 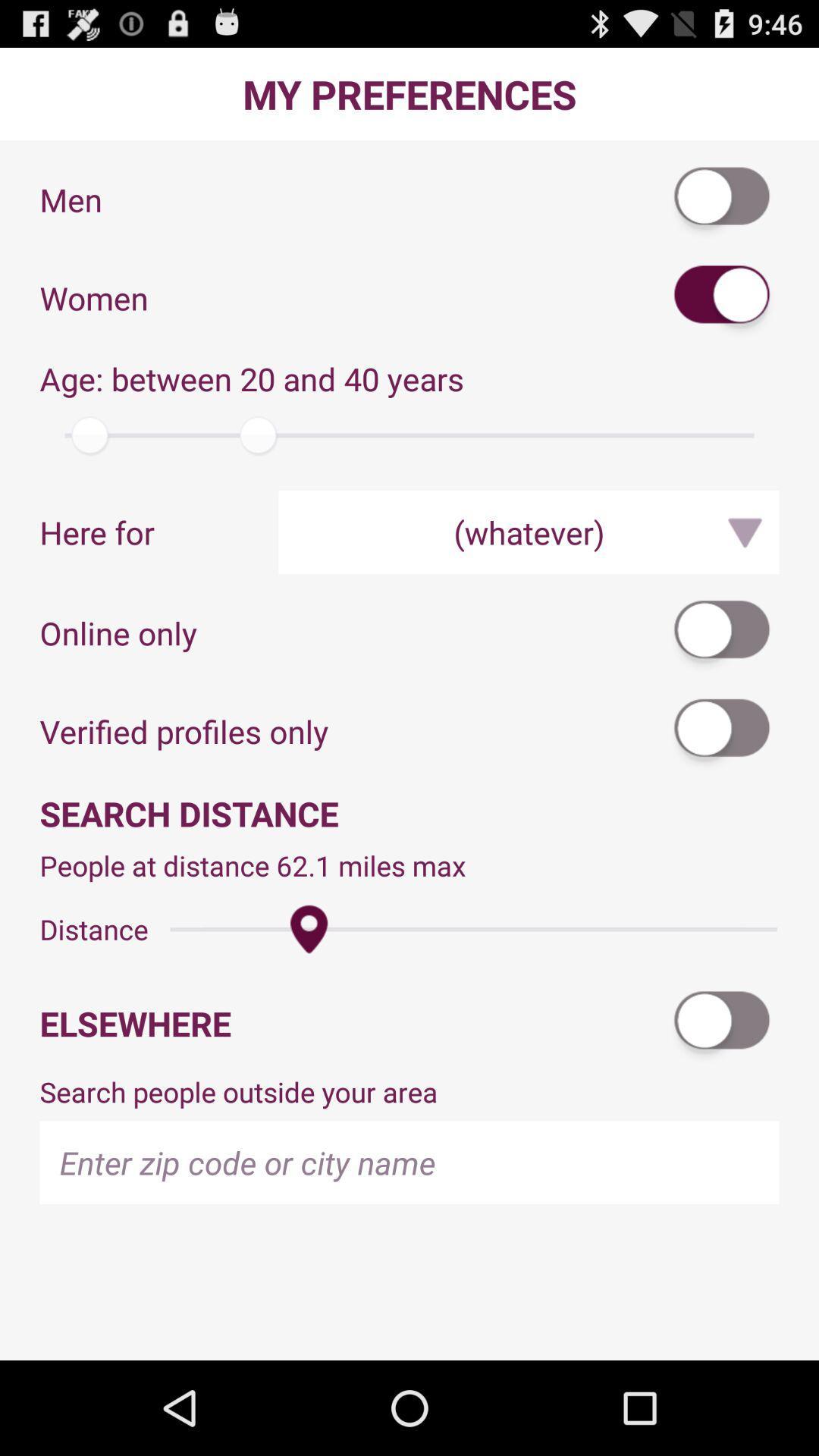 I want to click on the my preferences app, so click(x=409, y=93).